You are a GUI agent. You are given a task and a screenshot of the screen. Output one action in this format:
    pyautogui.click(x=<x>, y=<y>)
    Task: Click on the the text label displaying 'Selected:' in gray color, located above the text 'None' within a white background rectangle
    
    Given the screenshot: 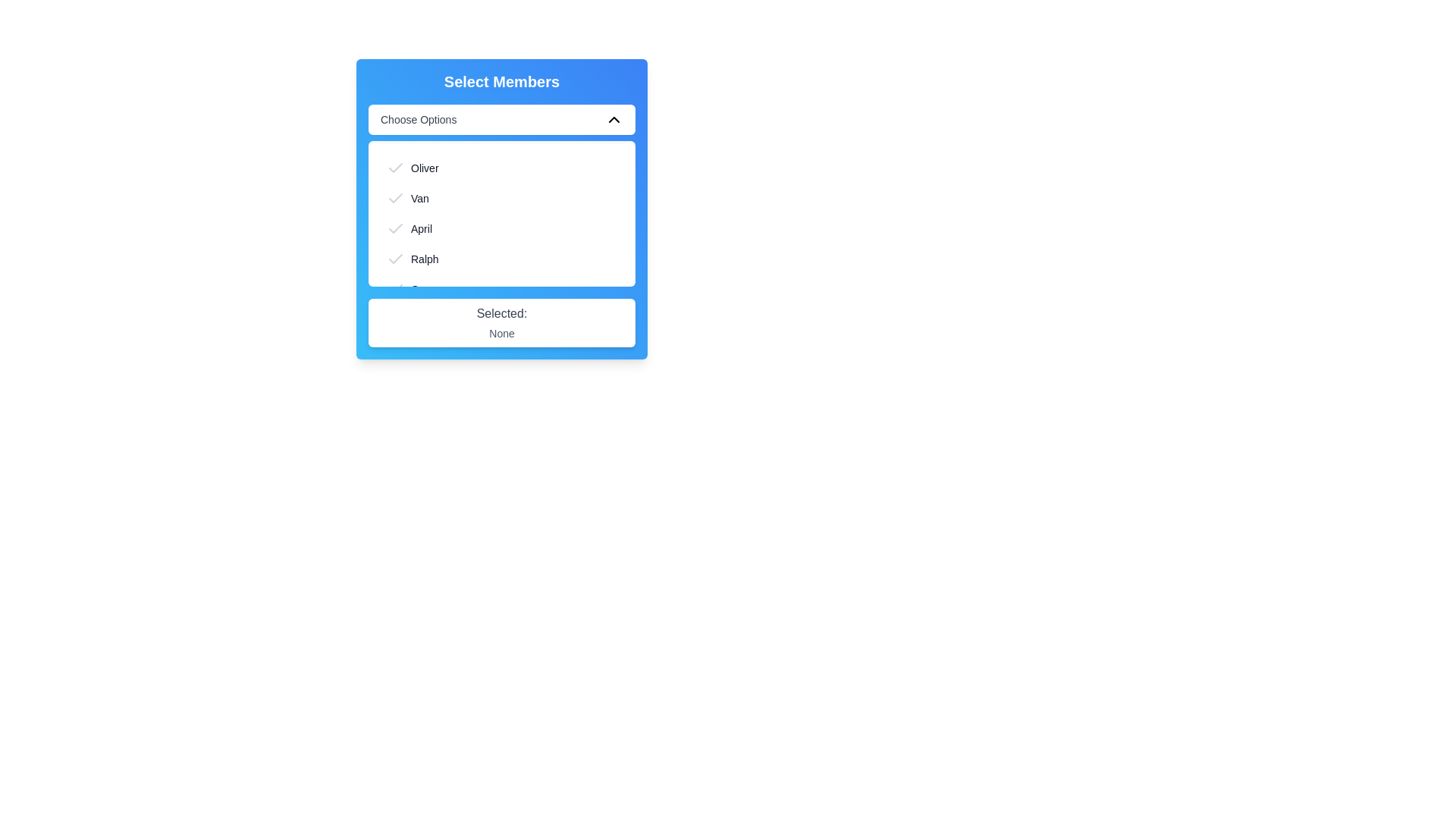 What is the action you would take?
    pyautogui.click(x=502, y=312)
    